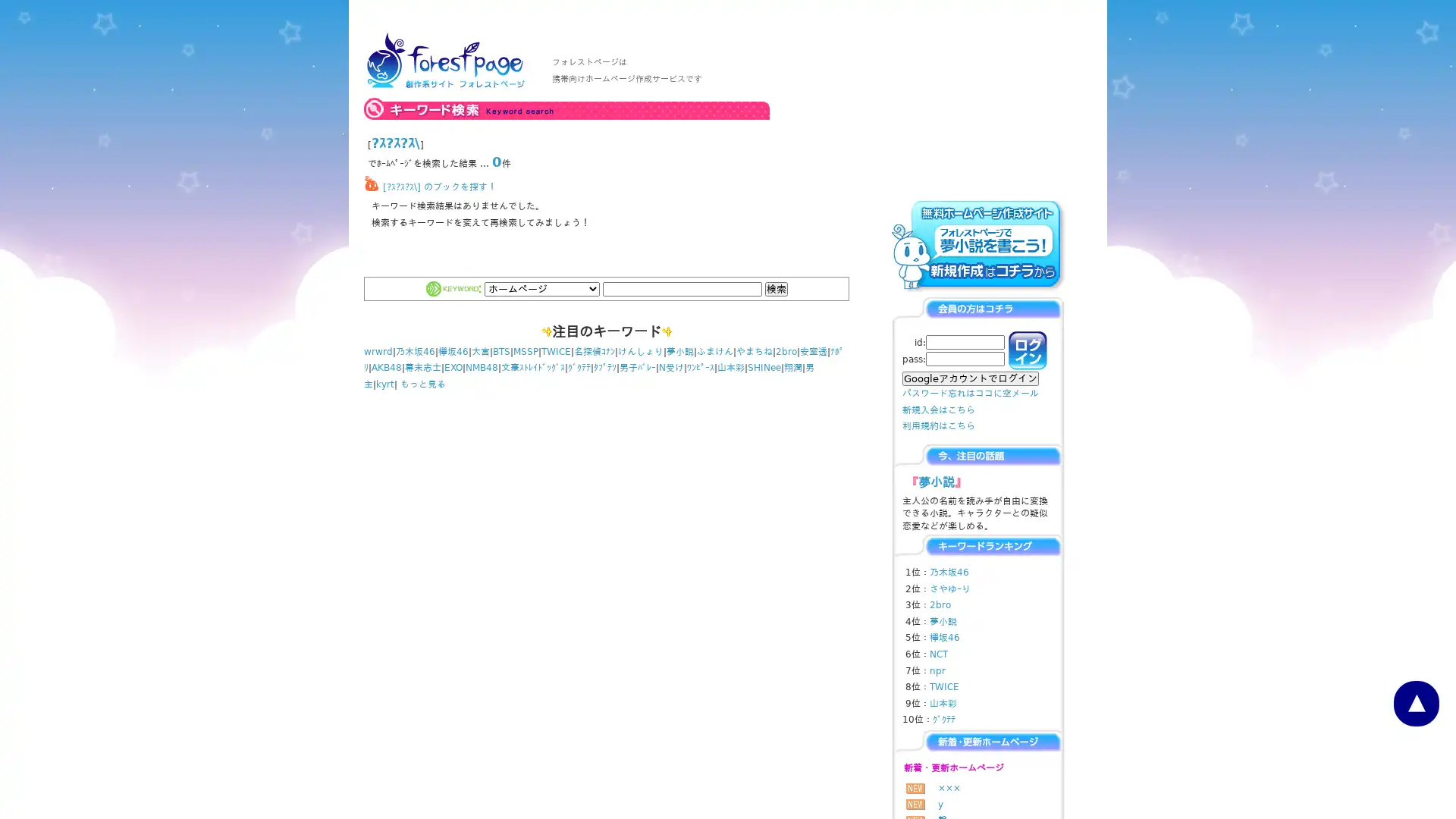  I want to click on login, so click(1028, 350).